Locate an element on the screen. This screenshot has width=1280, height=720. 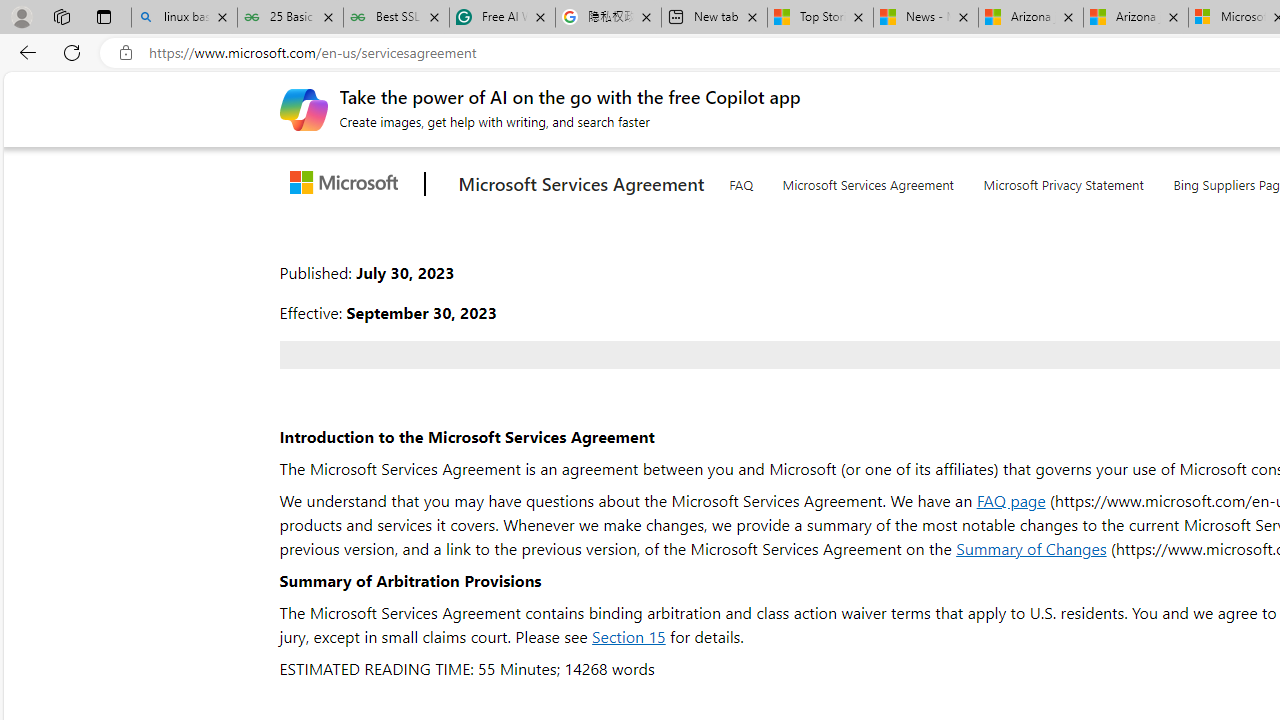
'FAQ' is located at coordinates (739, 181).